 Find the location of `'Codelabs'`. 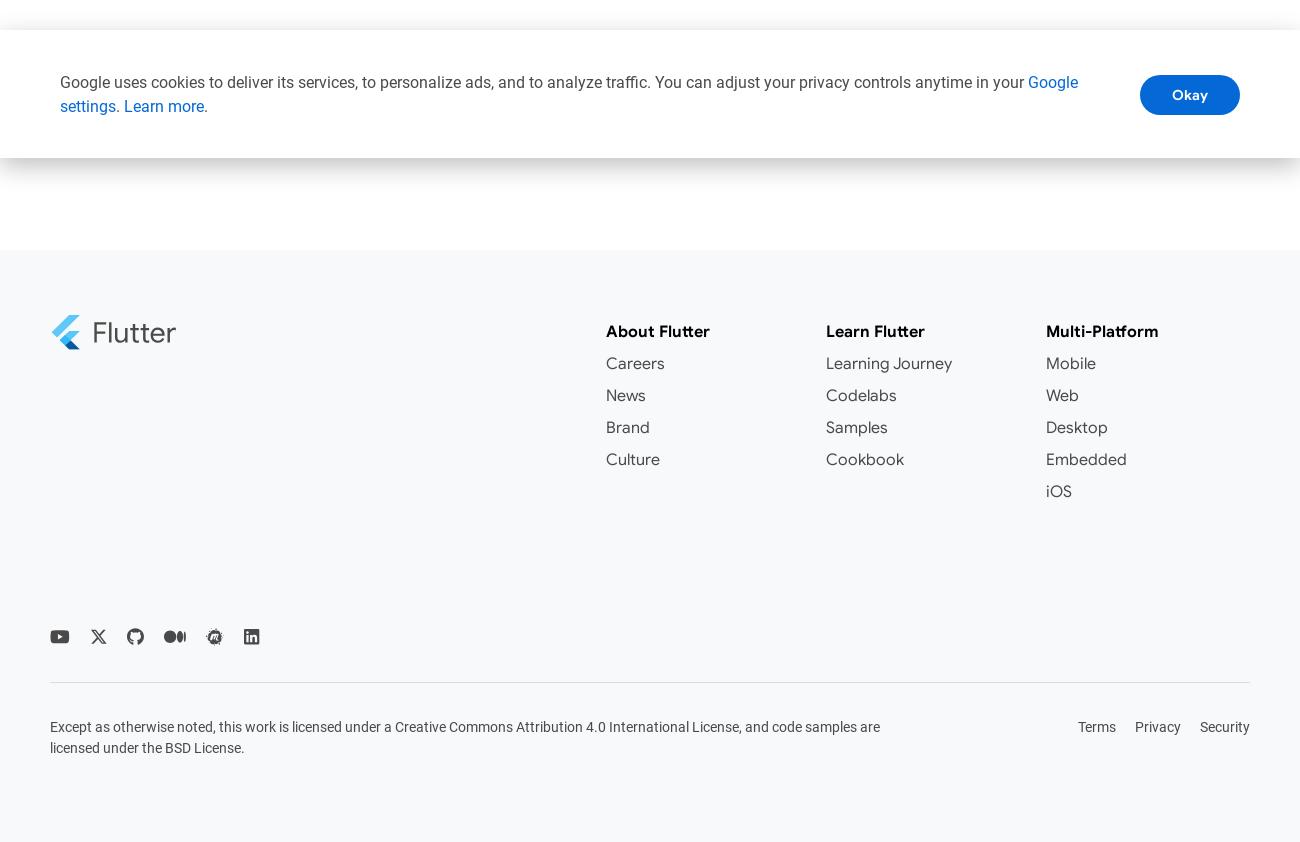

'Codelabs' is located at coordinates (861, 394).